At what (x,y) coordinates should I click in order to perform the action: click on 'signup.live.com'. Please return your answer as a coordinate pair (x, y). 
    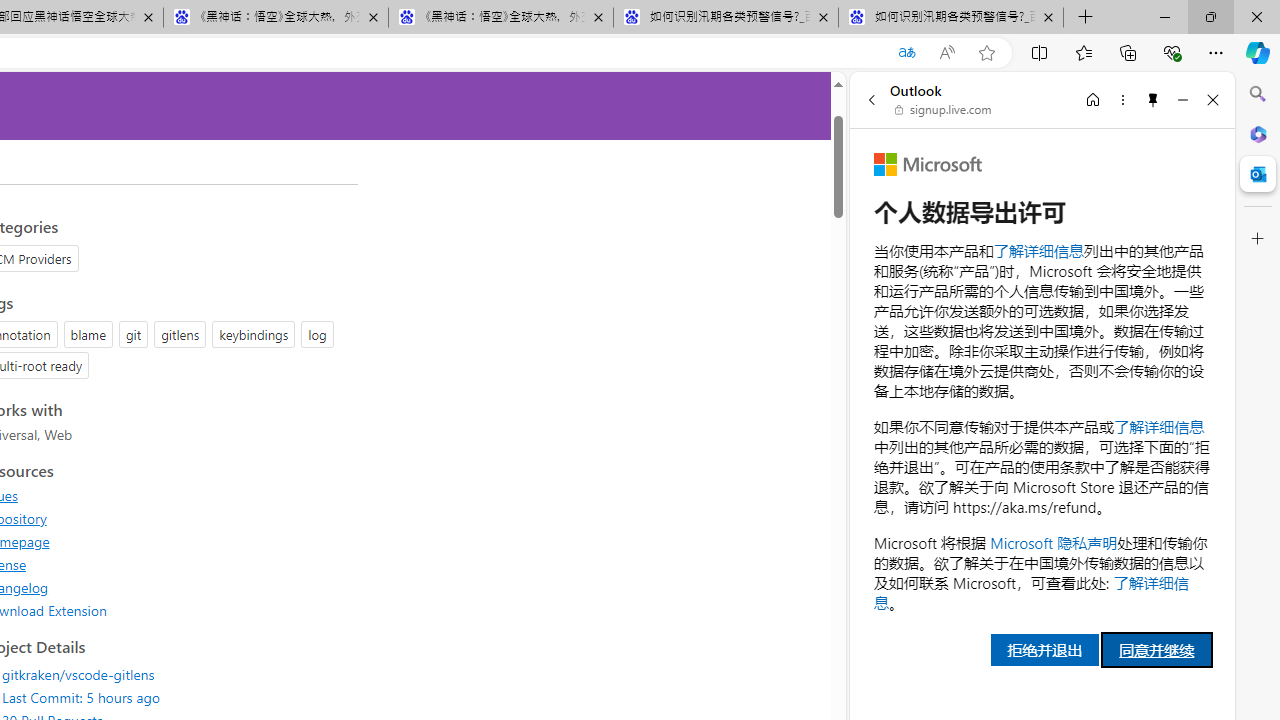
    Looking at the image, I should click on (943, 110).